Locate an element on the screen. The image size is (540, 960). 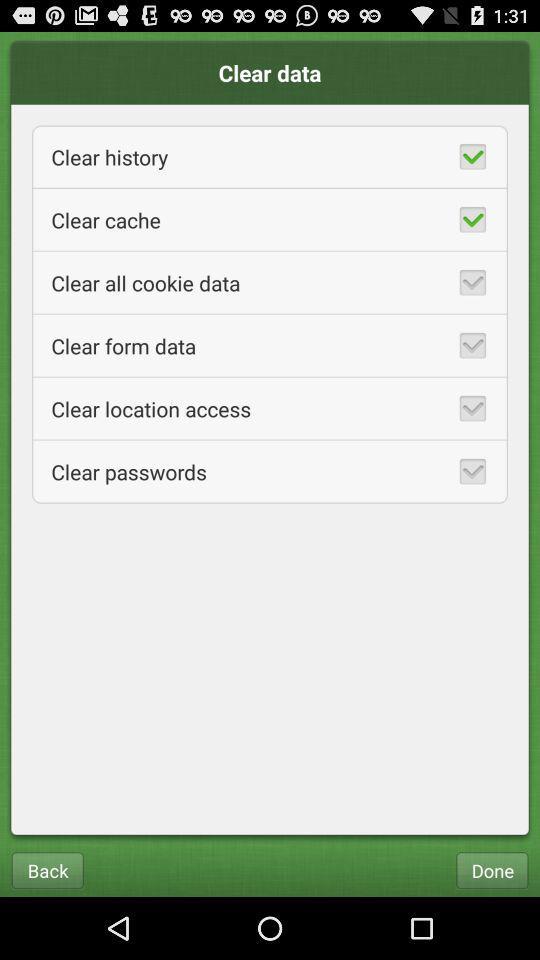
the done item is located at coordinates (491, 869).